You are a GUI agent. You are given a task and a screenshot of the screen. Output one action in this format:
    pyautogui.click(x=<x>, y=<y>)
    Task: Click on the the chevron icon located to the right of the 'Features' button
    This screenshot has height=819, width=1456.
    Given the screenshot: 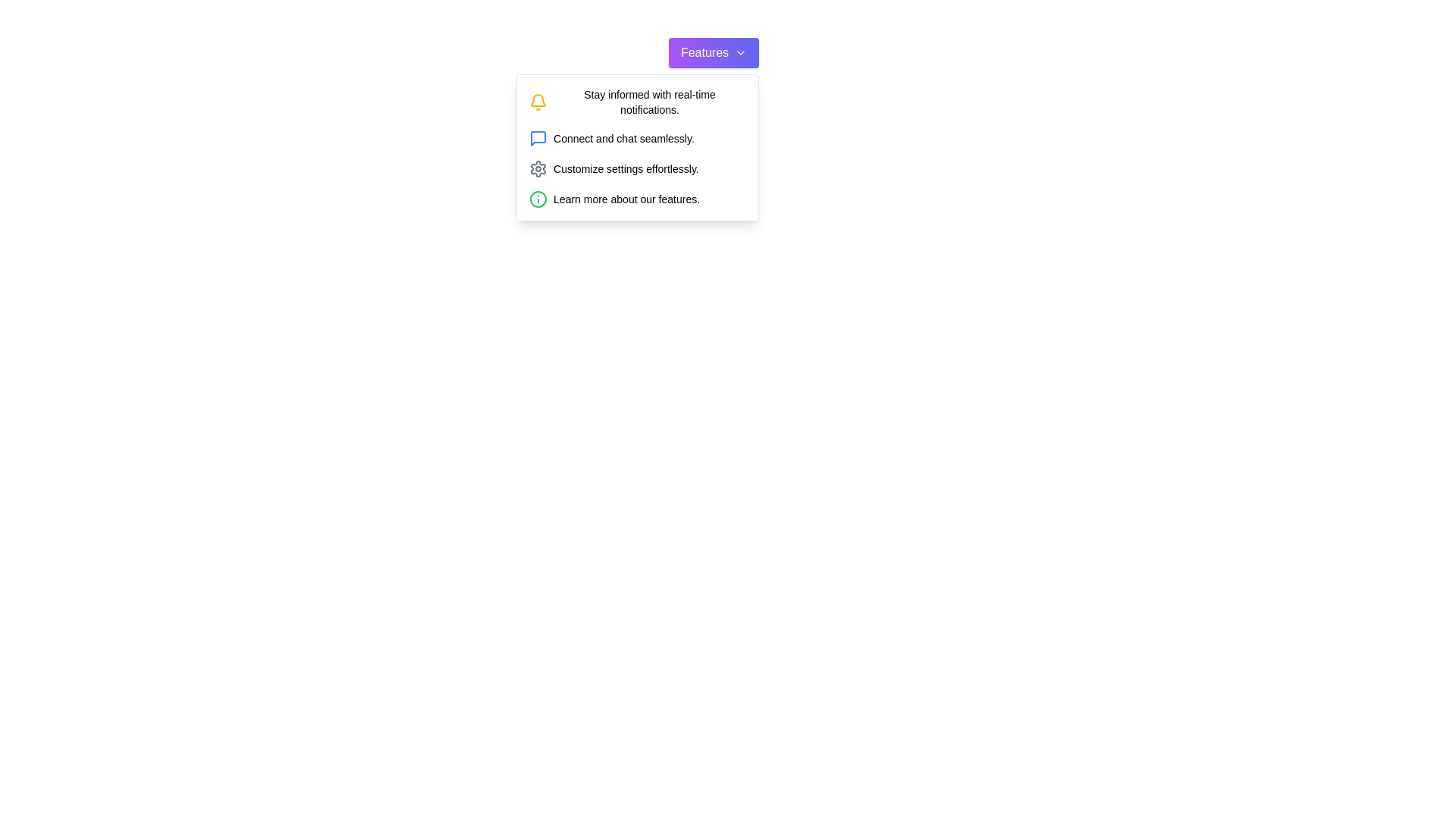 What is the action you would take?
    pyautogui.click(x=741, y=52)
    